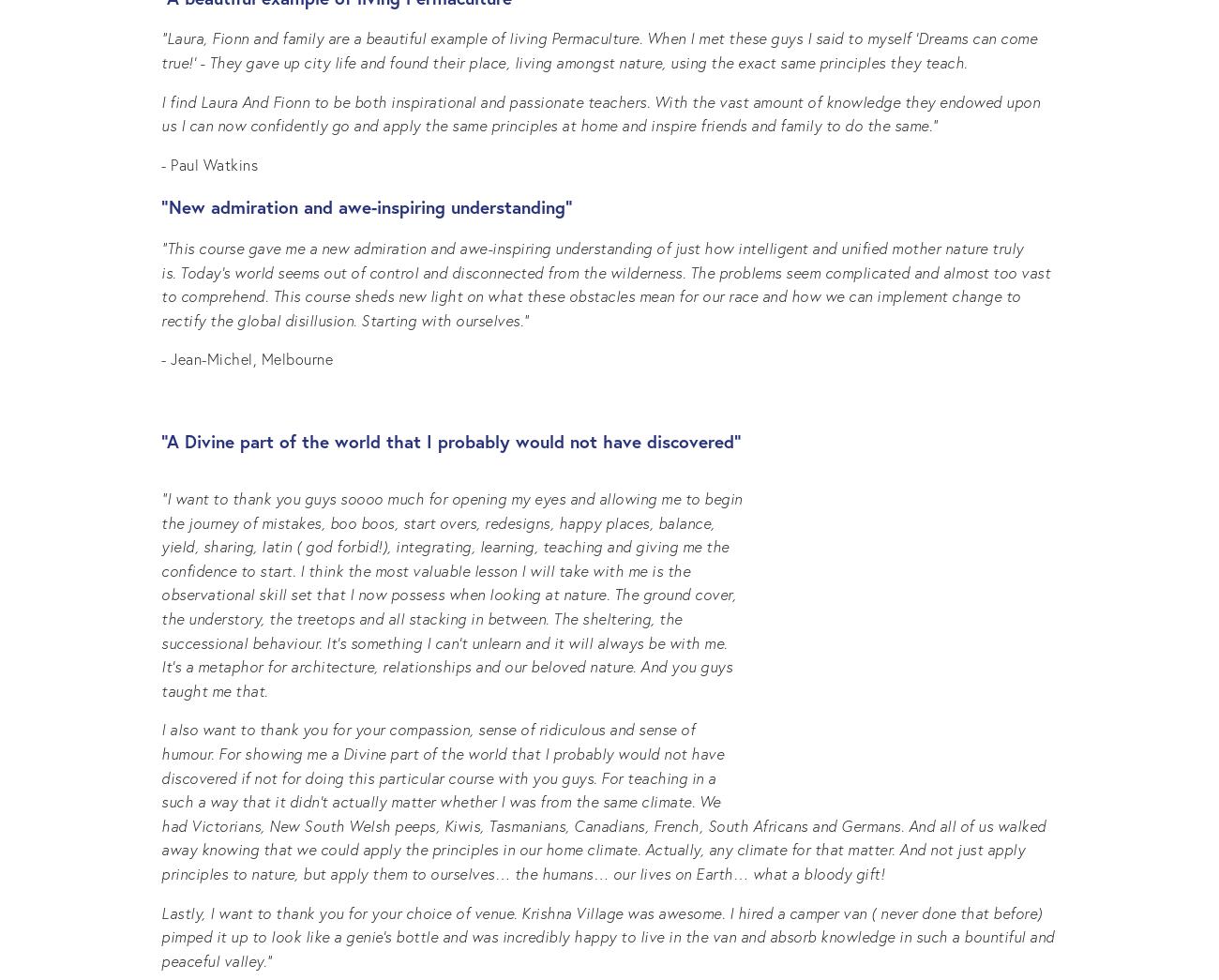 This screenshot has width=1219, height=980. I want to click on '“Laura, Fionn and family are a beautiful example of living Permaculture. When I met these guys I said to myself 'Dreams can come true!' - They gave up city life and found their place, living amongst nature, using the exact same principles they teach.', so click(160, 49).